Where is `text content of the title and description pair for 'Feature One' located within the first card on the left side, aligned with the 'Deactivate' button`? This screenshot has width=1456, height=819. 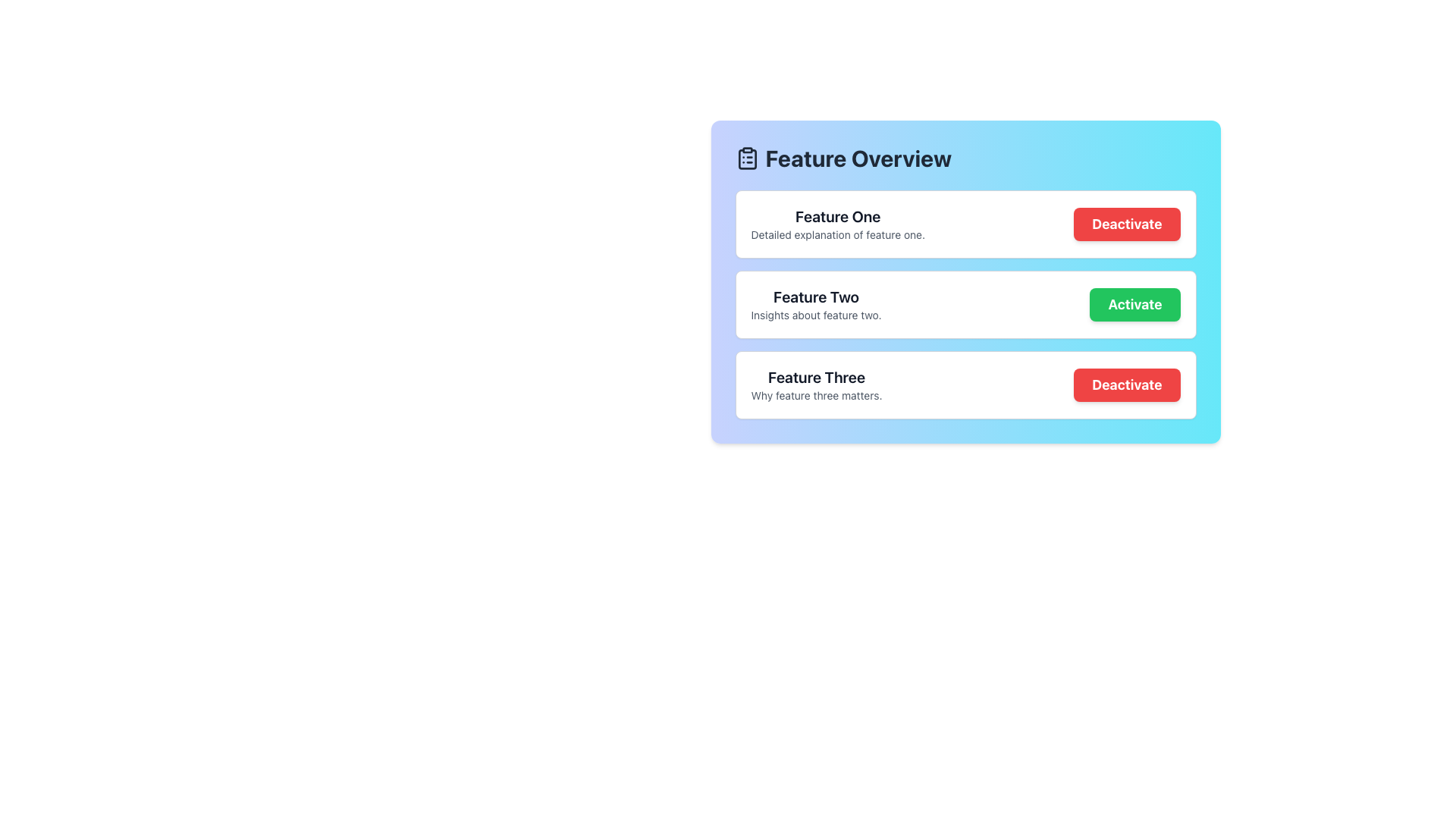 text content of the title and description pair for 'Feature One' located within the first card on the left side, aligned with the 'Deactivate' button is located at coordinates (837, 224).